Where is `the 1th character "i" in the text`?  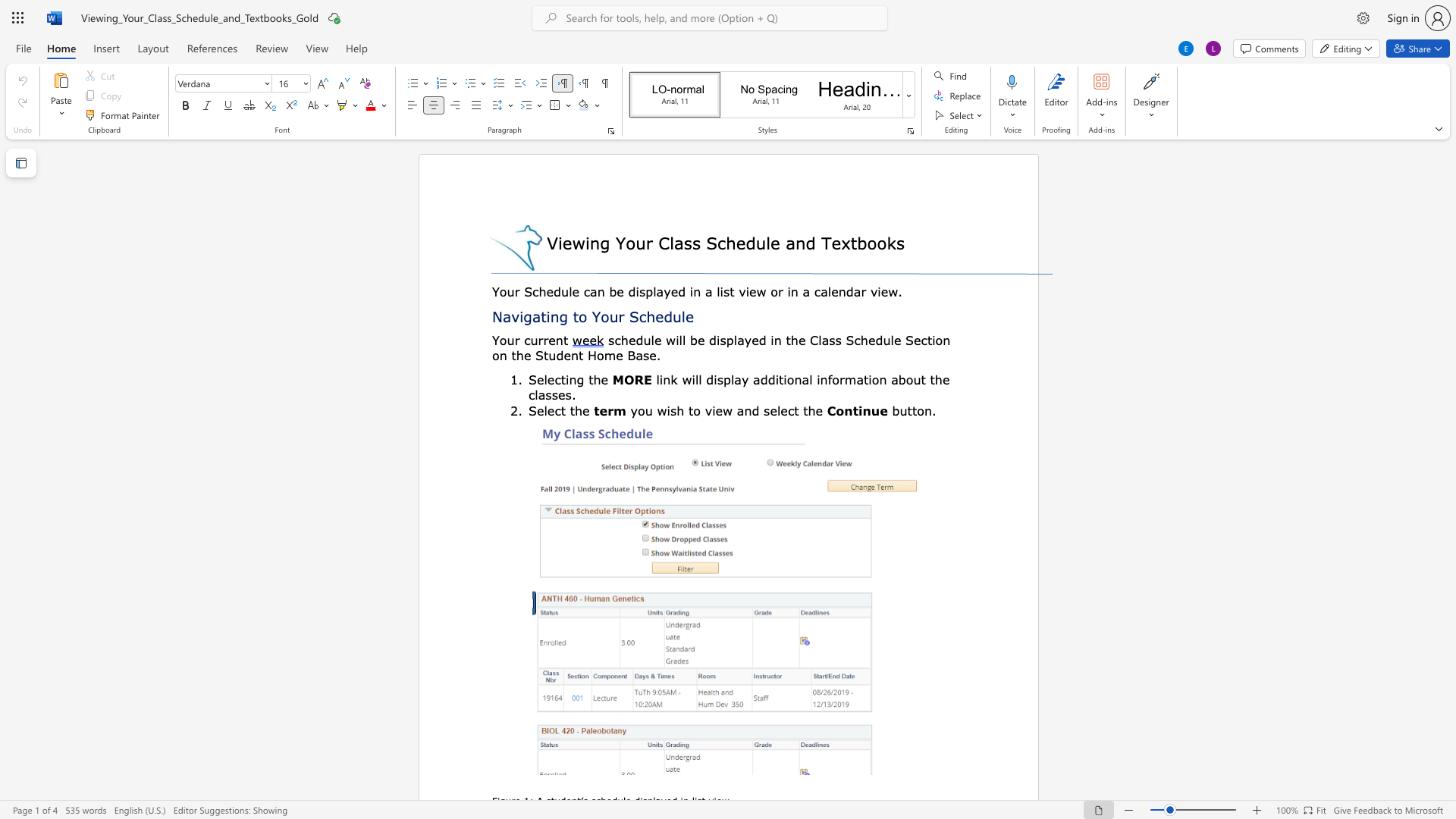
the 1th character "i" in the text is located at coordinates (521, 315).